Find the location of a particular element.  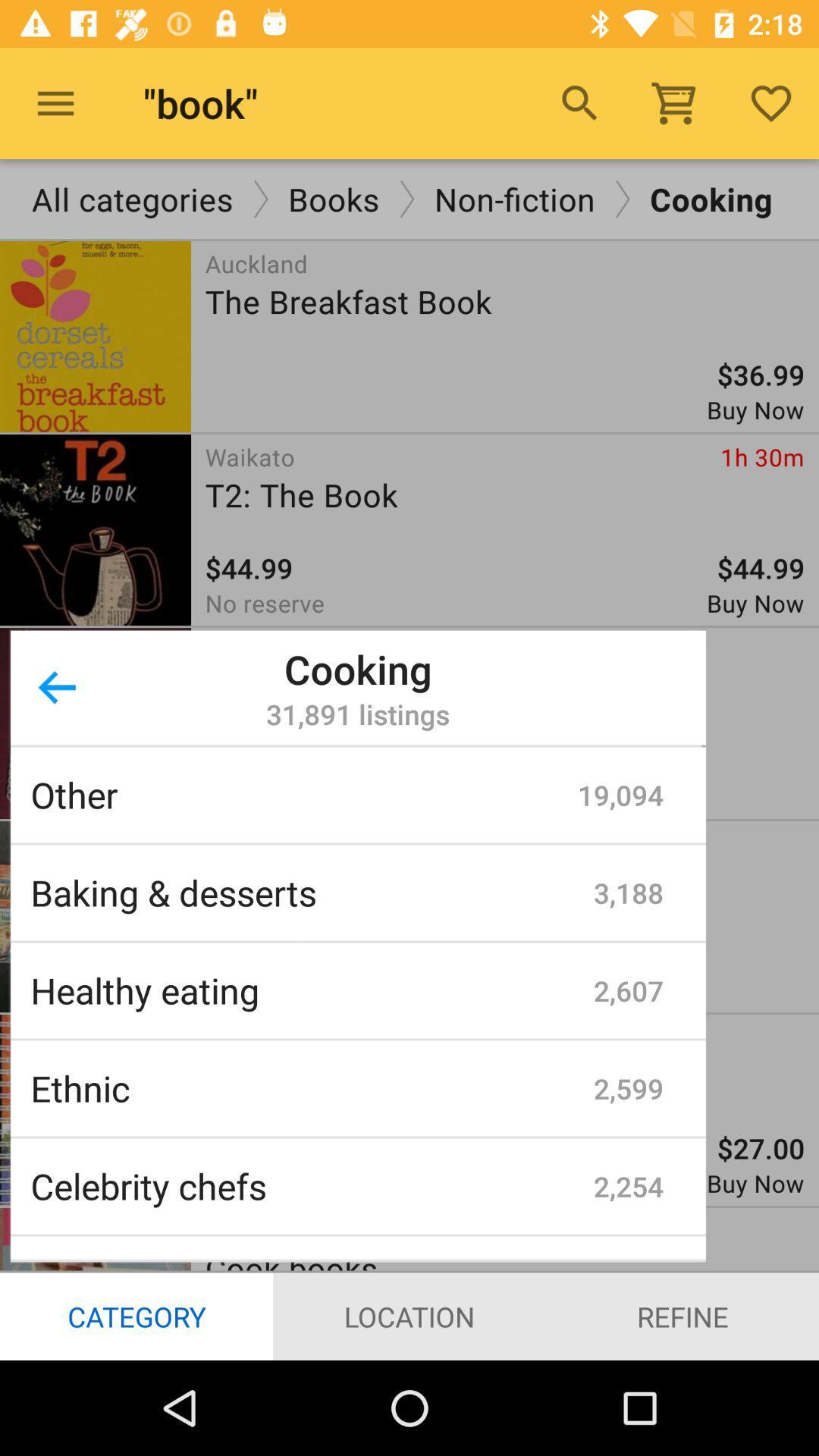

3,188 icon is located at coordinates (629, 893).